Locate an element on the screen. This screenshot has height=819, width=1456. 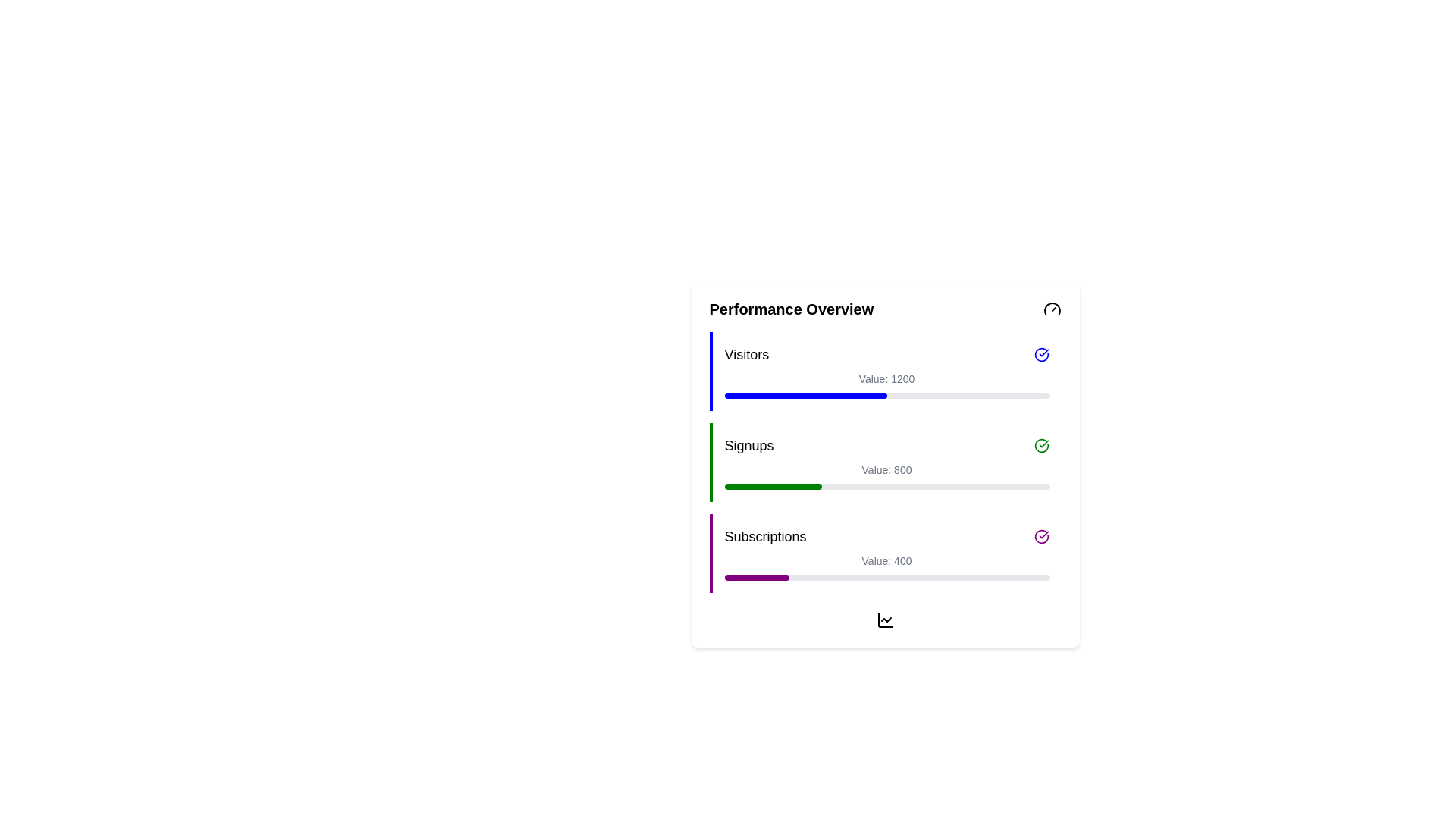
the text label that provides additional context about the 'Visitors' metric, which indicates a value of 1200, located in the 'Visitors' section of the performance overview card is located at coordinates (886, 378).